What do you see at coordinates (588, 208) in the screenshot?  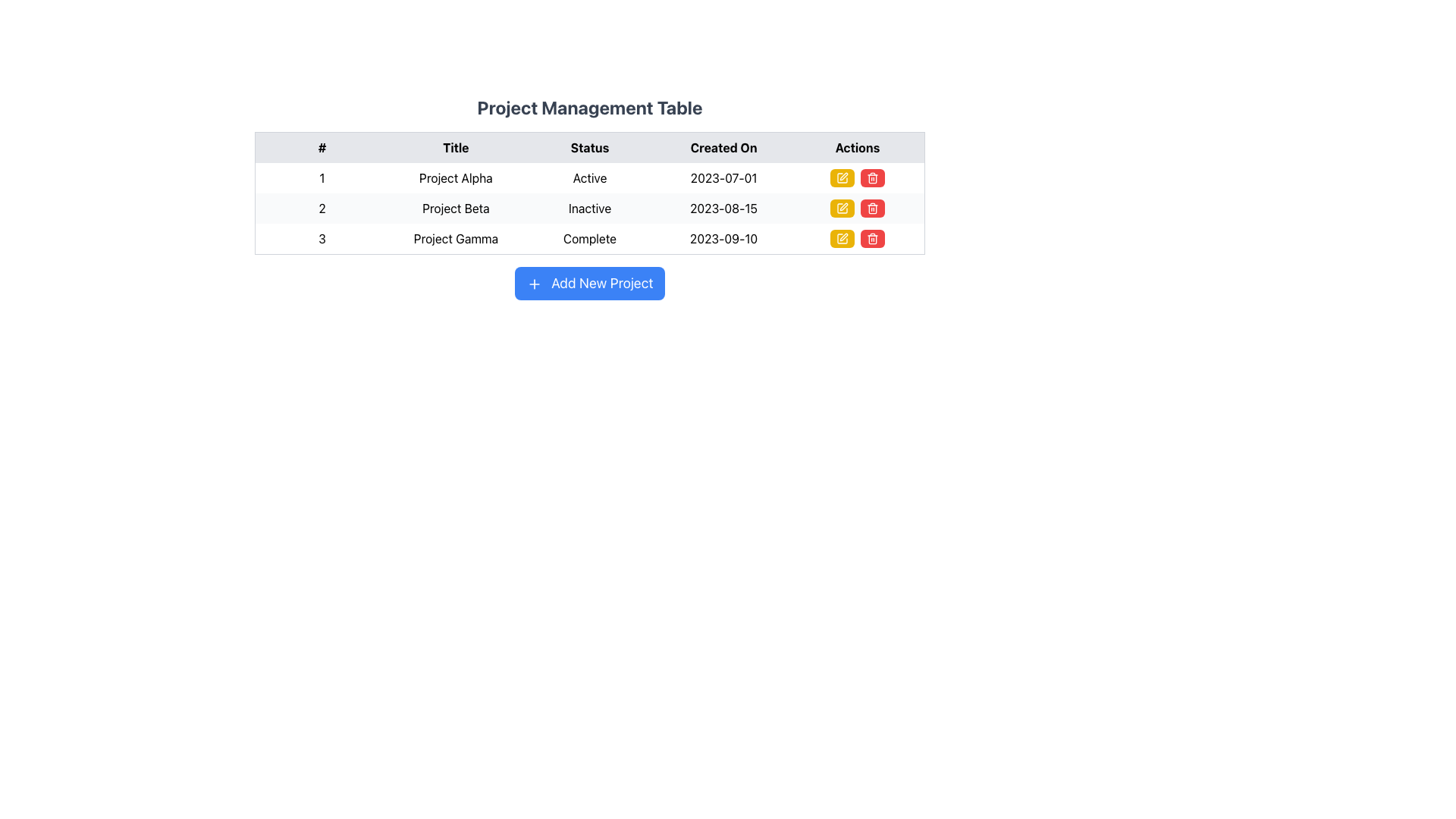 I see `the static text label reading 'Inactive' that is located in the 'Status' column of the table for 'Project Beta'` at bounding box center [588, 208].